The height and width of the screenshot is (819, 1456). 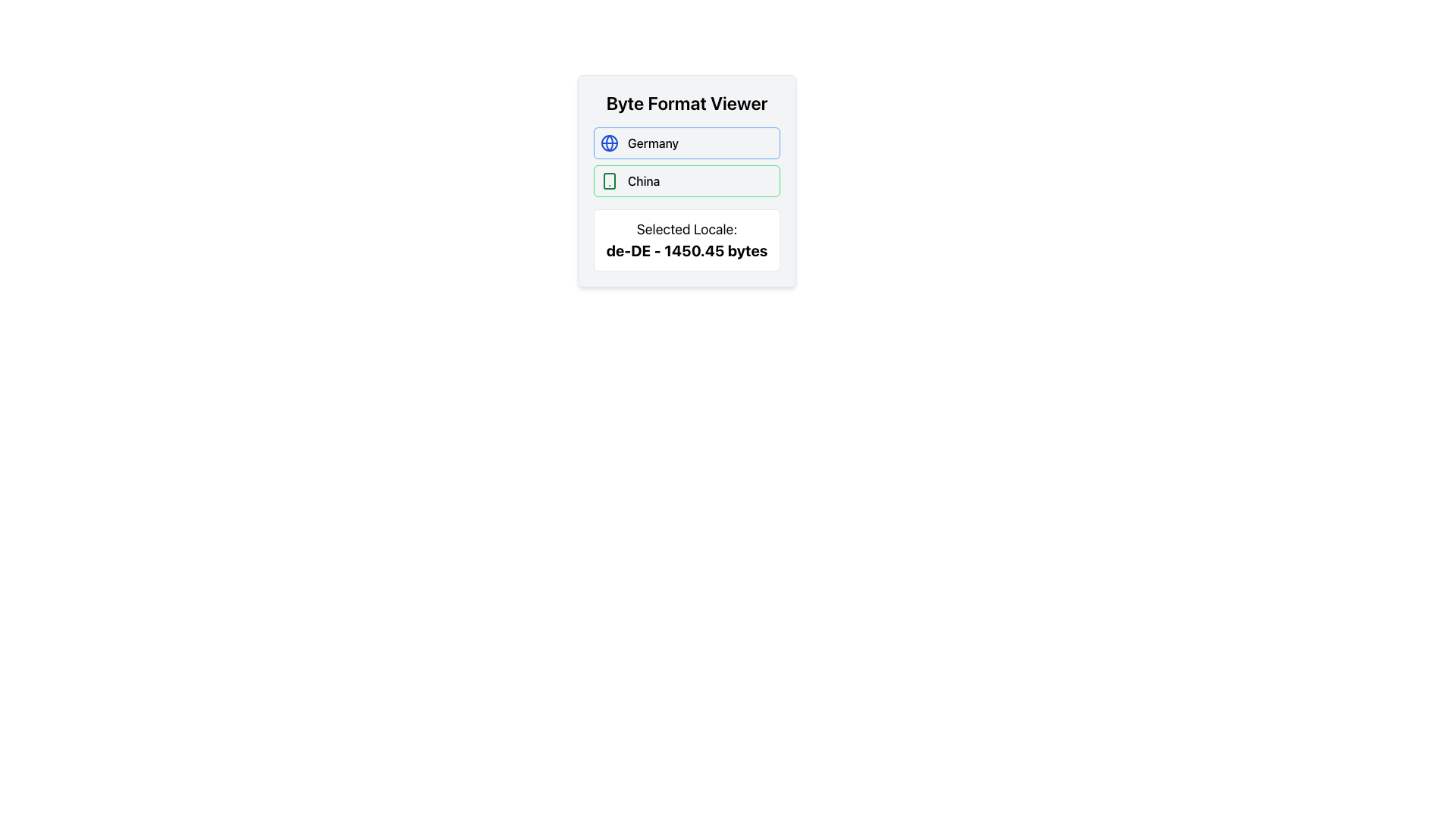 I want to click on the SVG icon representing 'Germany', located at the start of the row labeled 'Germany' within a bordered, rounded rectangle, so click(x=610, y=143).